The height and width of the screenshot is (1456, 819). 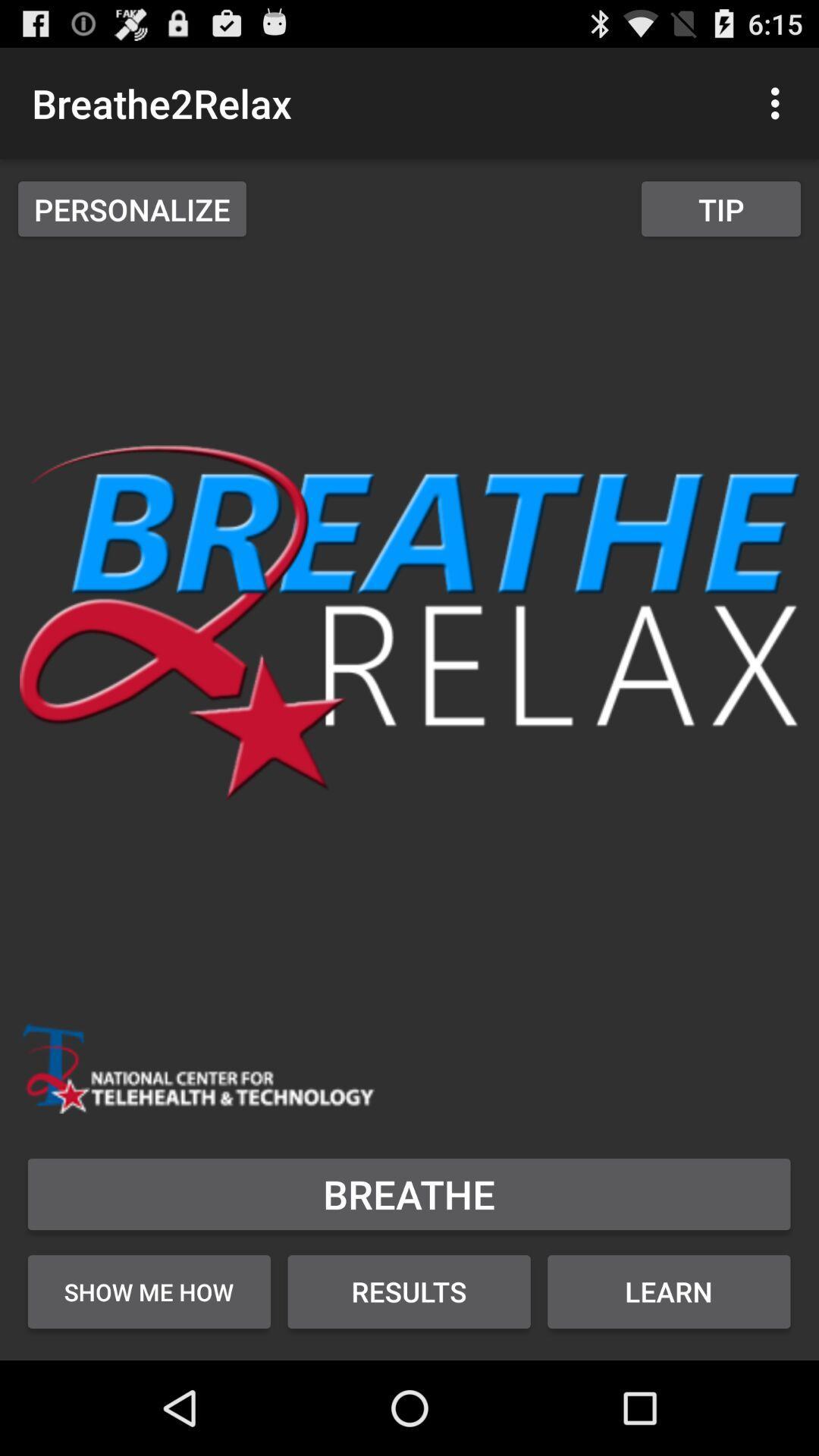 I want to click on the personalize item, so click(x=131, y=208).